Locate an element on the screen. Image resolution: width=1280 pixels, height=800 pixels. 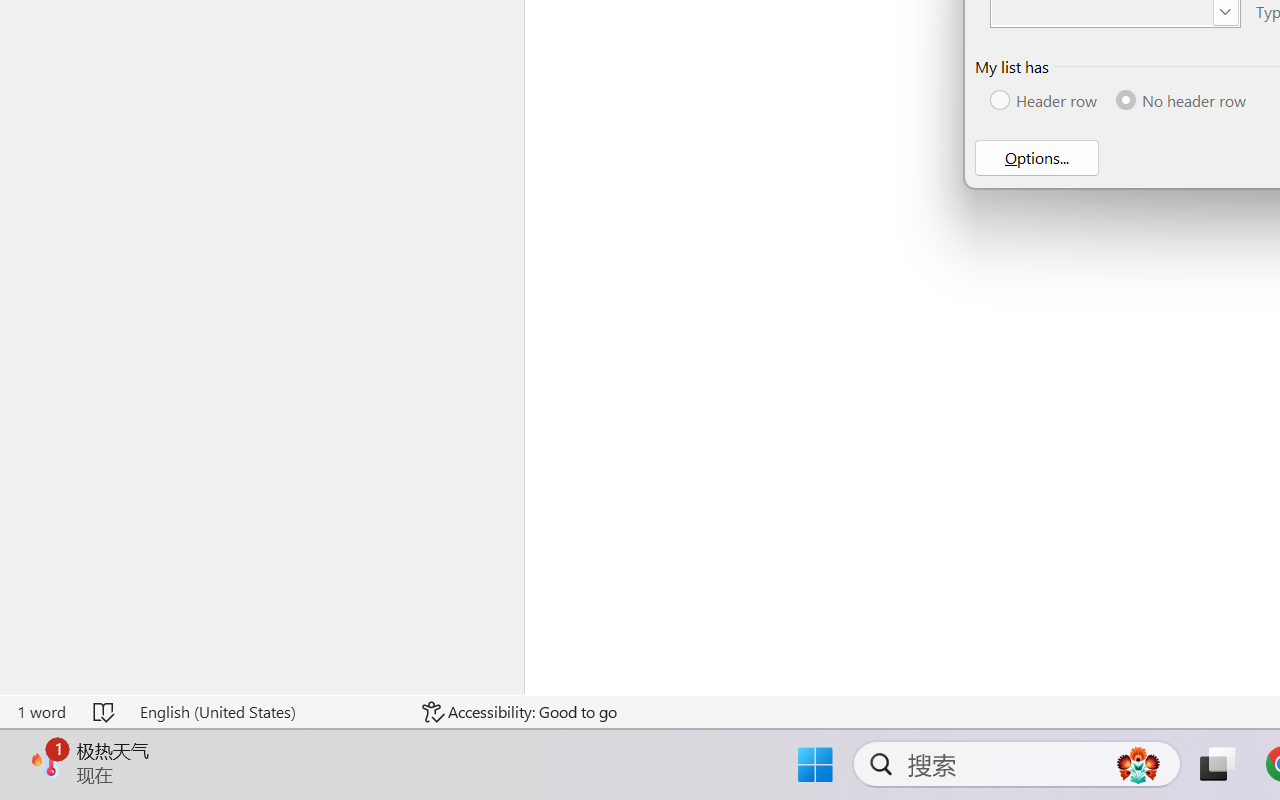
'No header row' is located at coordinates (1183, 100).